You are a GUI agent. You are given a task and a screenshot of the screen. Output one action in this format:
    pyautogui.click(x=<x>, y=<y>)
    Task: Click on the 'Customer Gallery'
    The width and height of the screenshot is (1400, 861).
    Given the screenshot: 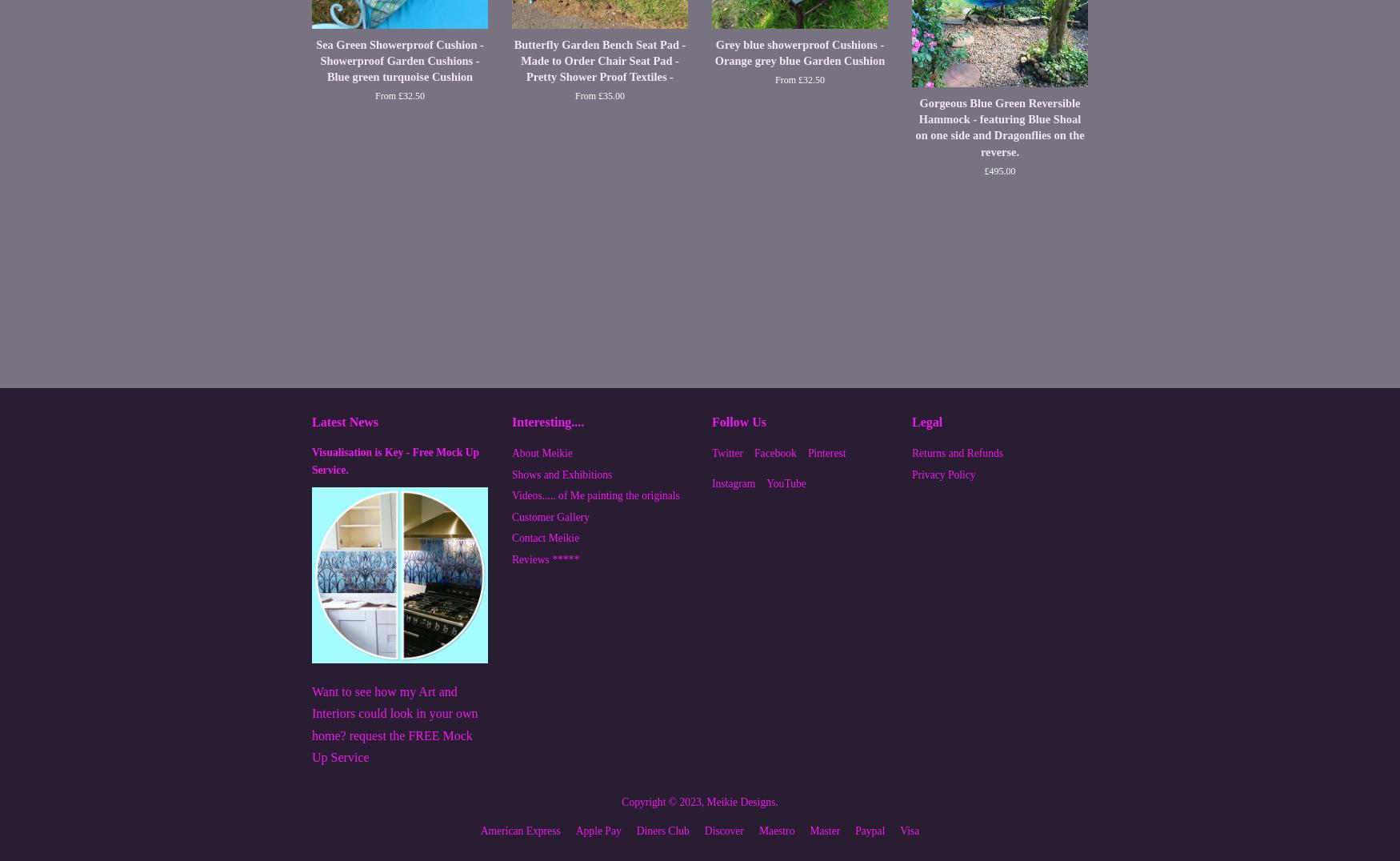 What is the action you would take?
    pyautogui.click(x=550, y=515)
    